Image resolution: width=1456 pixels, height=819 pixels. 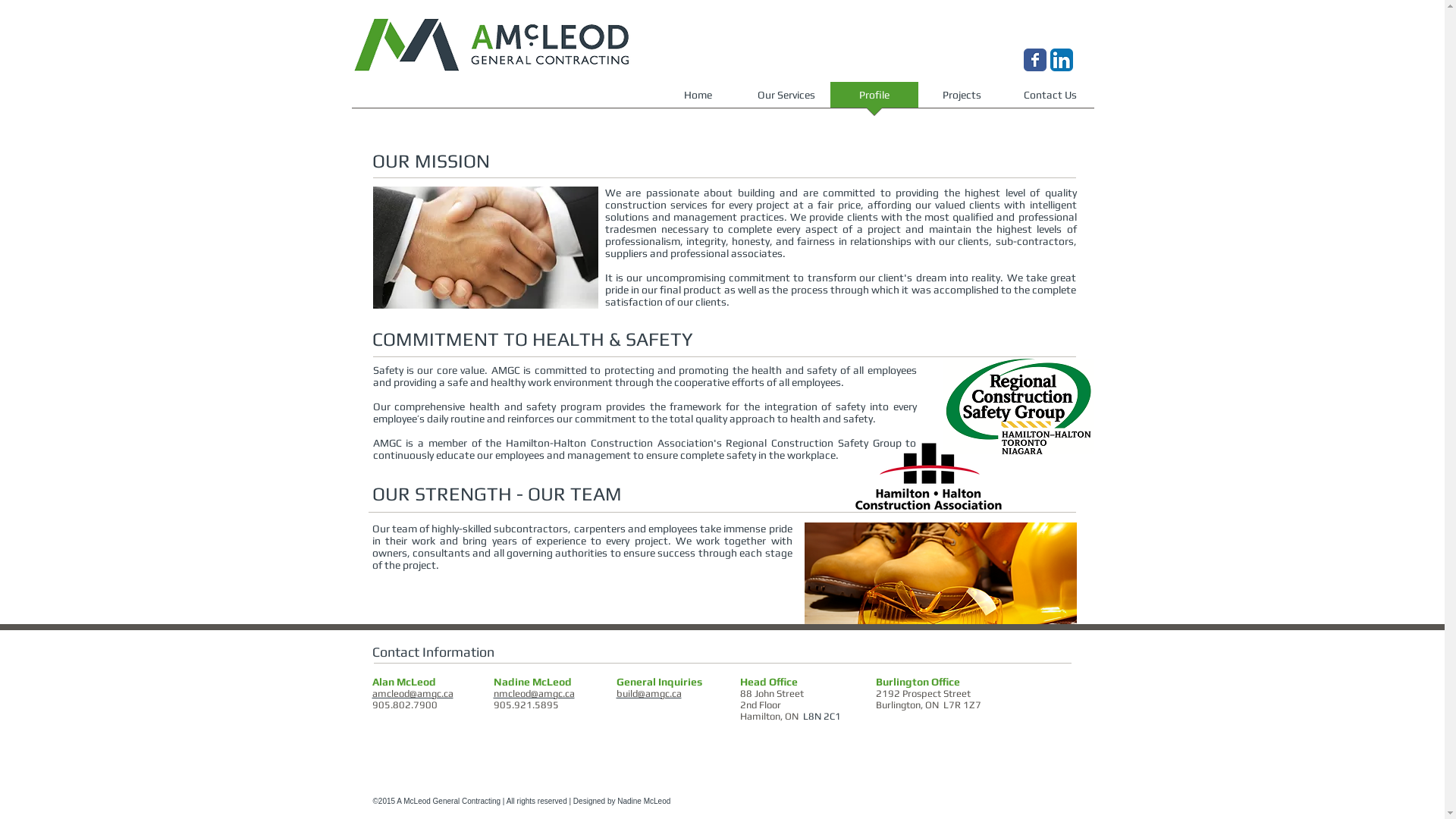 I want to click on 'build@amgc.ca', so click(x=615, y=693).